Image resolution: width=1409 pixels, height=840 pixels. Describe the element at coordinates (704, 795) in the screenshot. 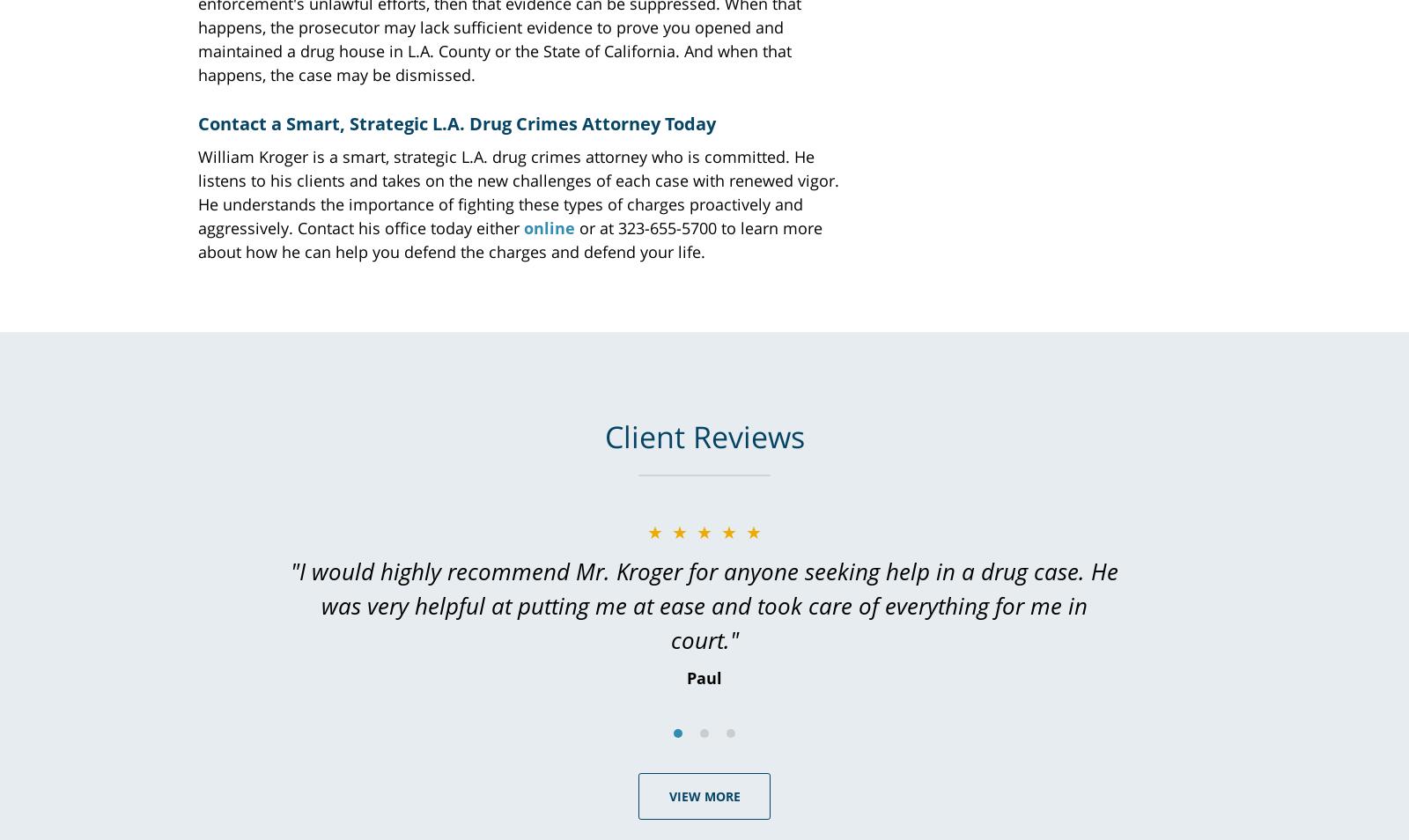

I see `'View More'` at that location.